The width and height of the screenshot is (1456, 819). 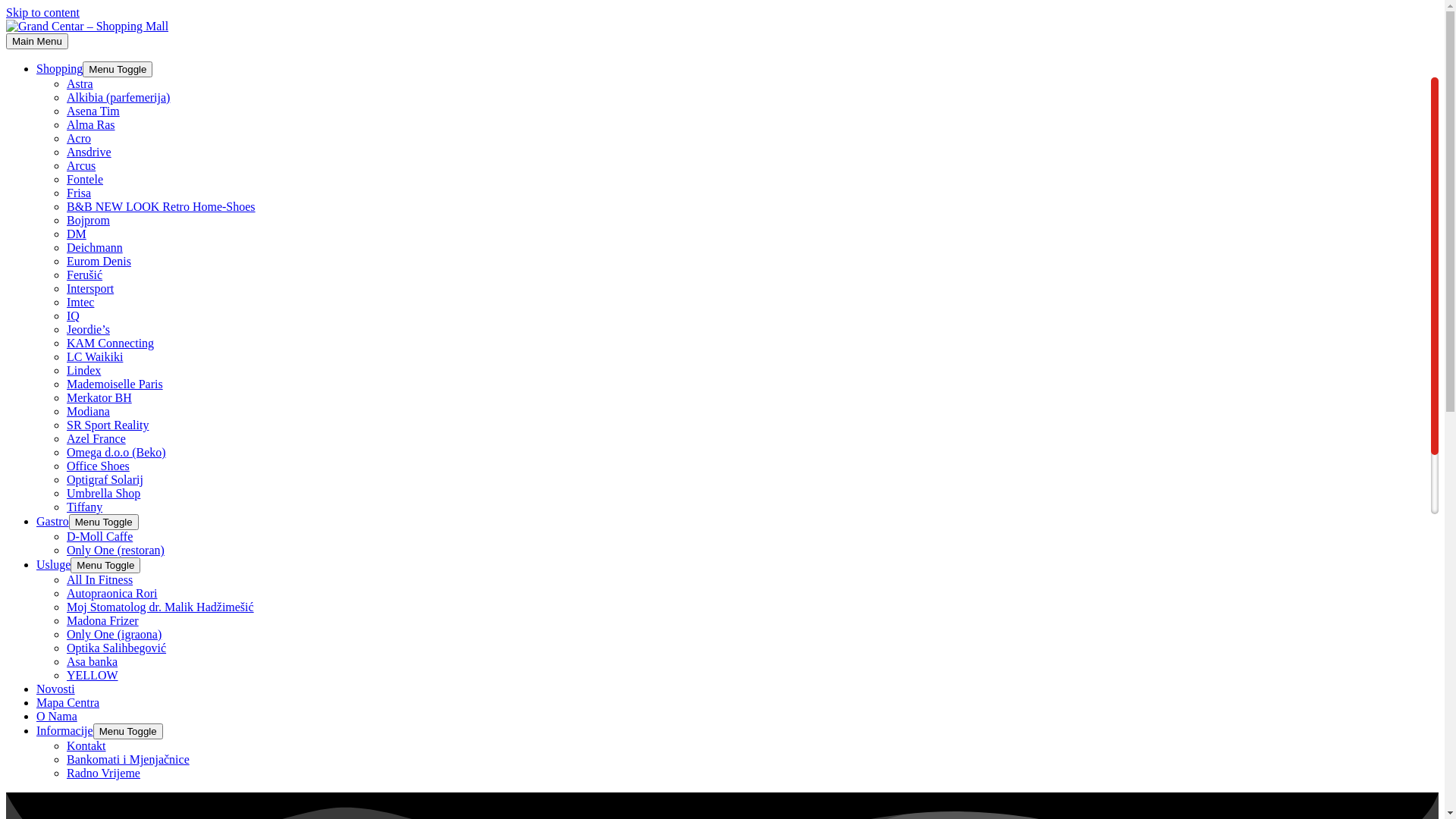 What do you see at coordinates (96, 548) in the screenshot?
I see `'Planika Flex'` at bounding box center [96, 548].